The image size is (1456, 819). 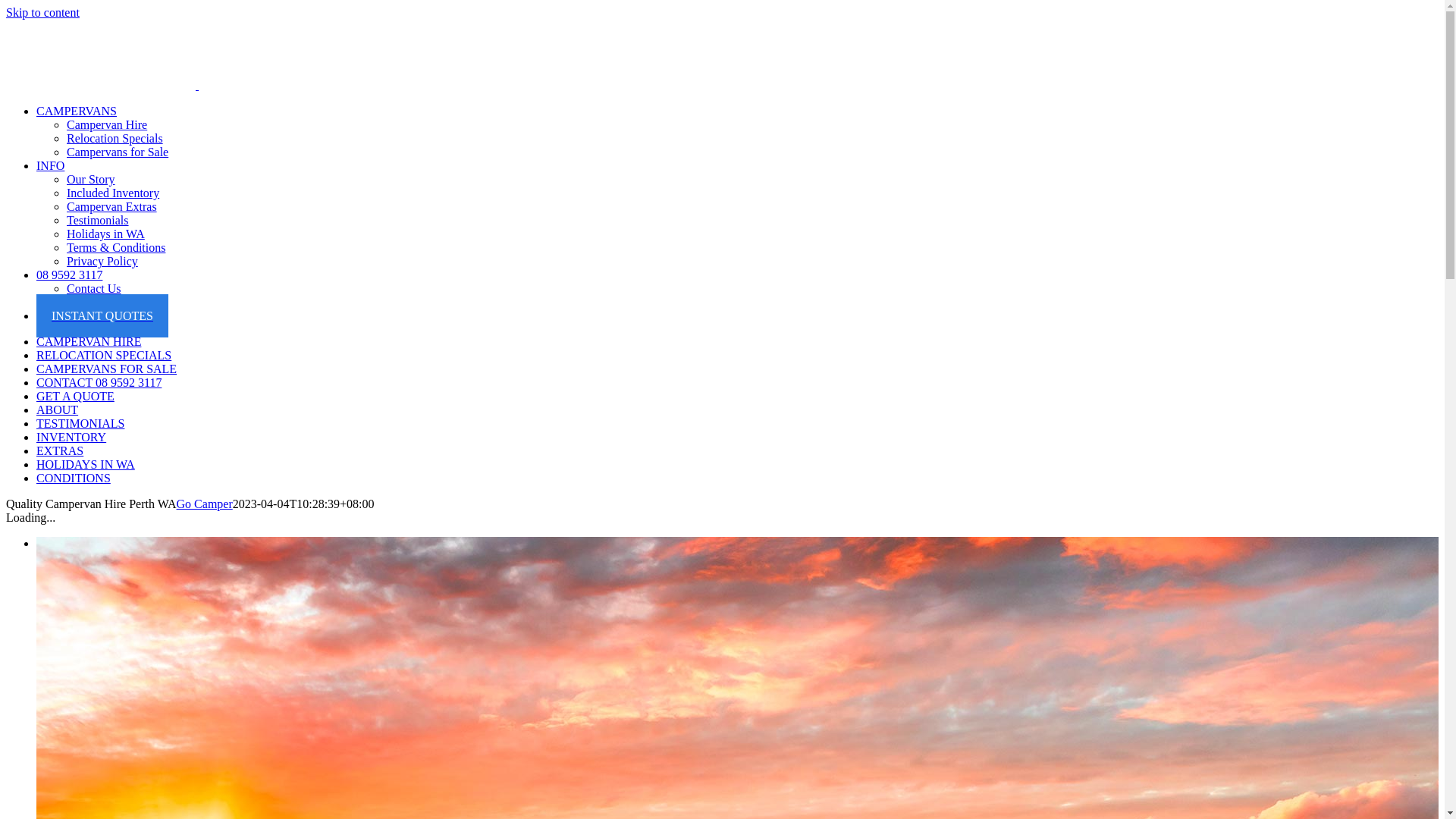 I want to click on 'Go Camper', so click(x=203, y=504).